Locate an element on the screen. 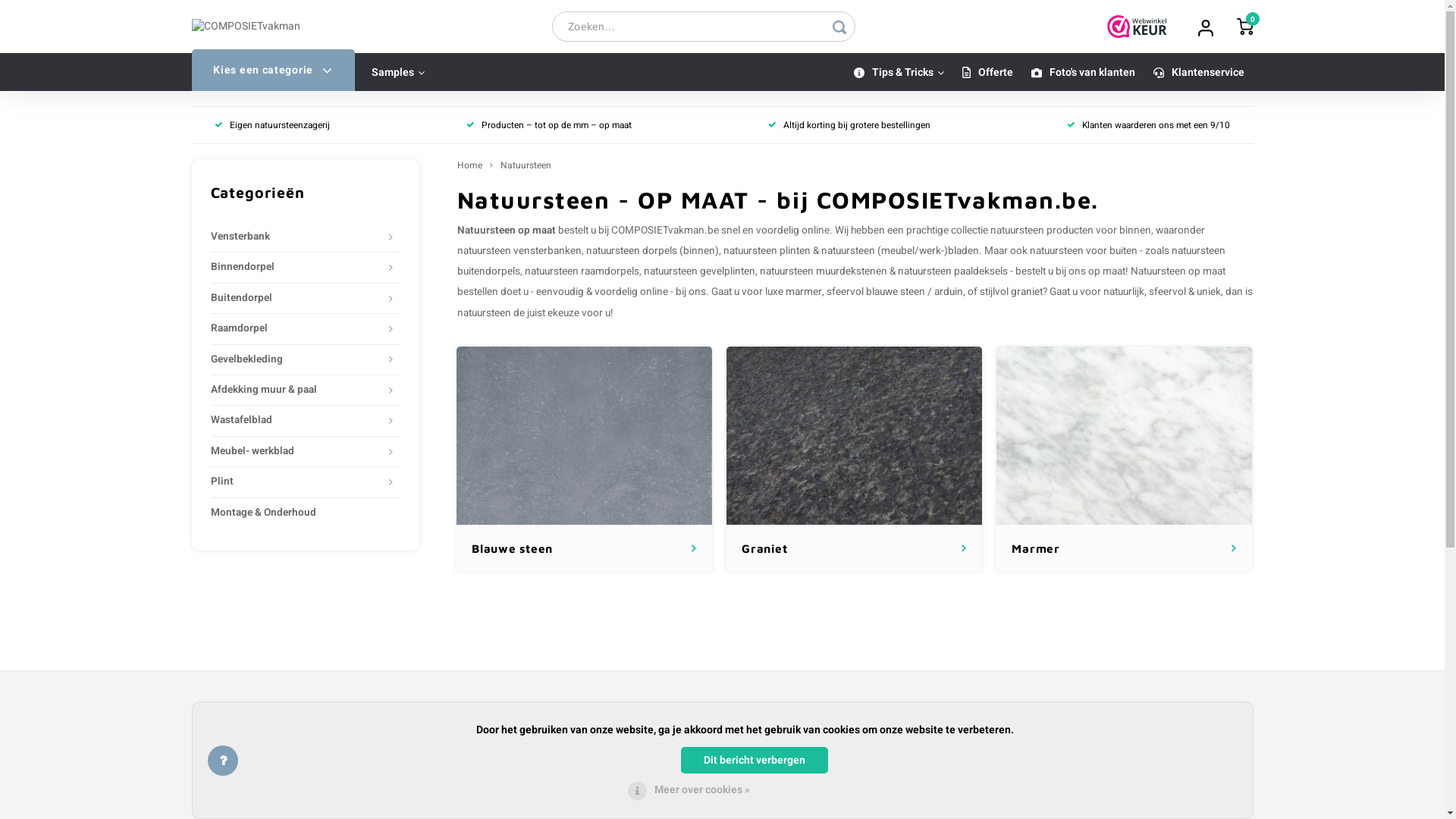  'natuursteen raamdorpels' is located at coordinates (581, 271).